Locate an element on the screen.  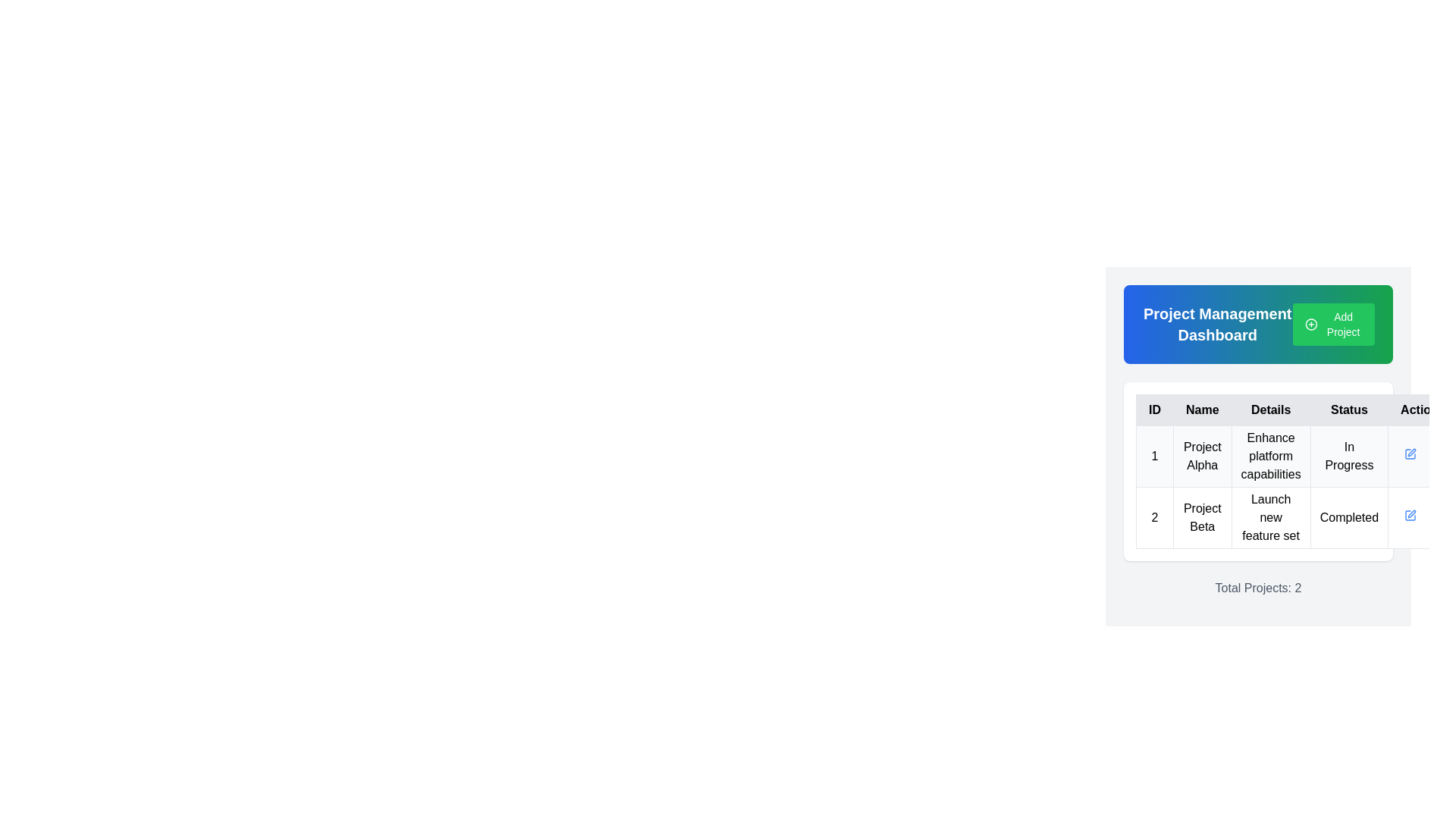
the pen-shaped icon button in the 'Actions' column of the 'Project Management Dashboard' for 'Project Alpha' is located at coordinates (1410, 514).